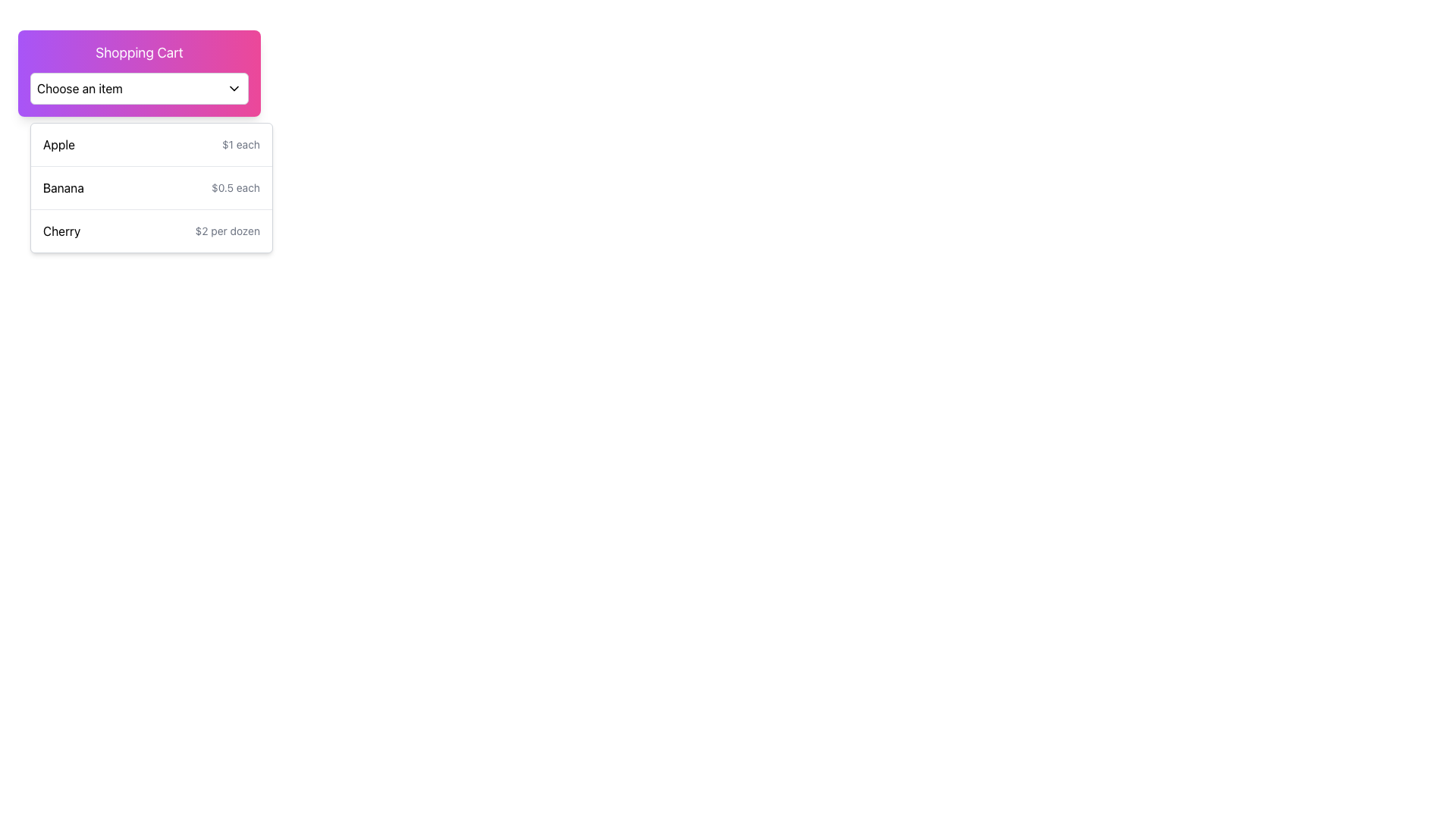  Describe the element at coordinates (227, 231) in the screenshot. I see `the static text label displaying '$2 per dozen' located next to 'Cherry' in the 'Shopping Cart' section` at that location.